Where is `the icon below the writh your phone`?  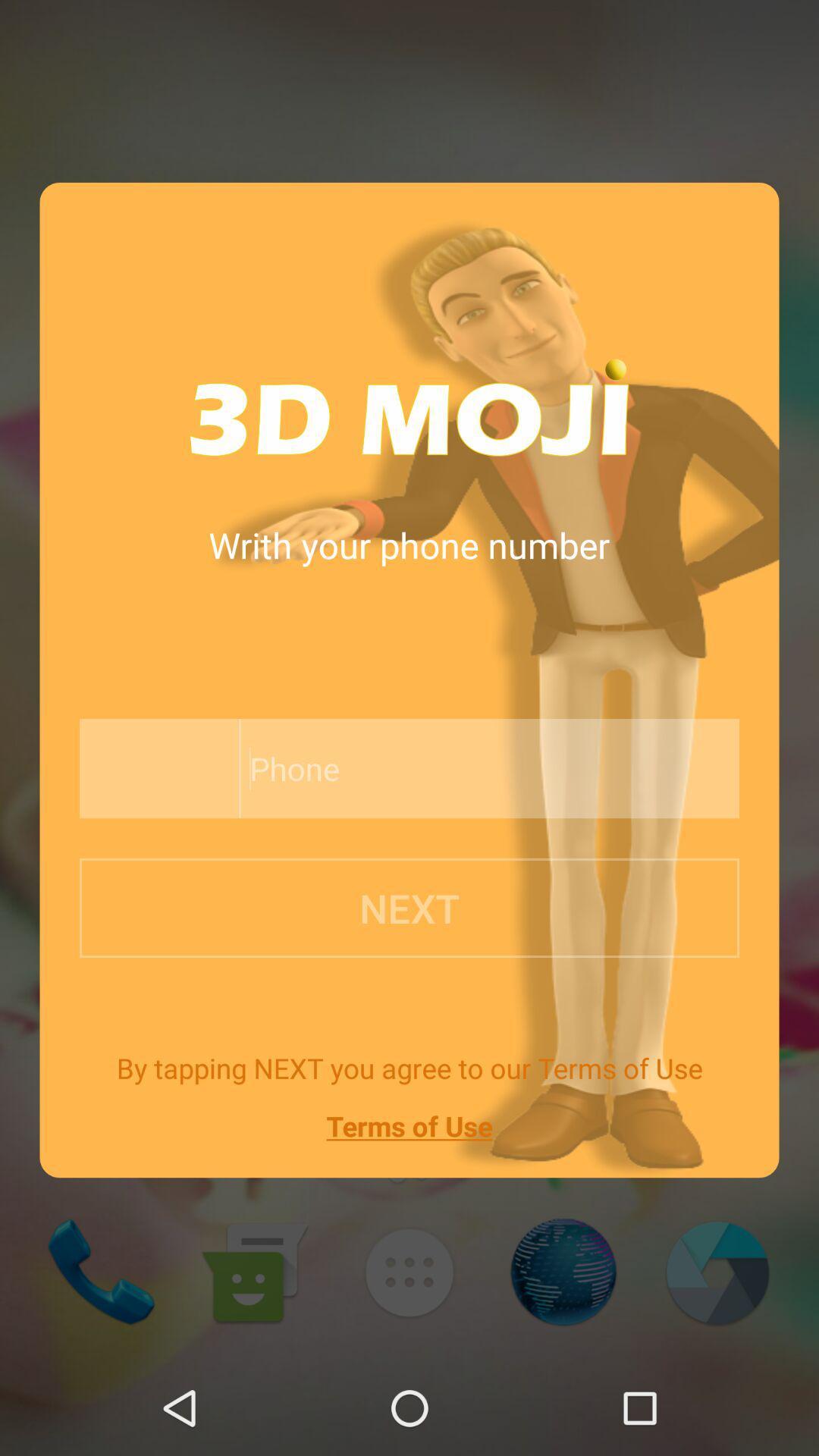
the icon below the writh your phone is located at coordinates (453, 768).